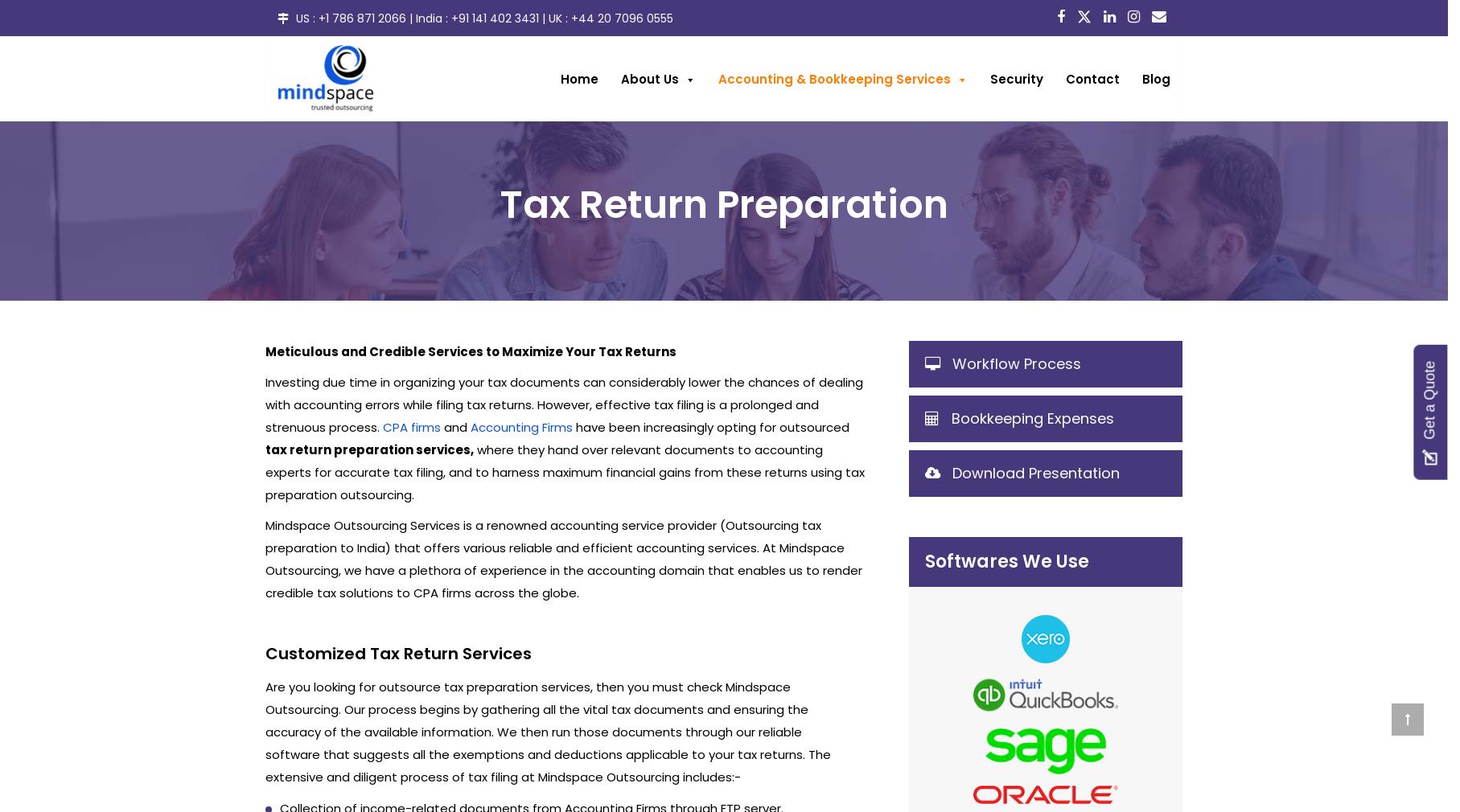 The width and height of the screenshot is (1460, 812). What do you see at coordinates (564, 470) in the screenshot?
I see `'where they hand over relevant documents to accounting experts for accurate tax filing, and to harness maximum financial gains from these returns using tax preparation outsourcing.'` at bounding box center [564, 470].